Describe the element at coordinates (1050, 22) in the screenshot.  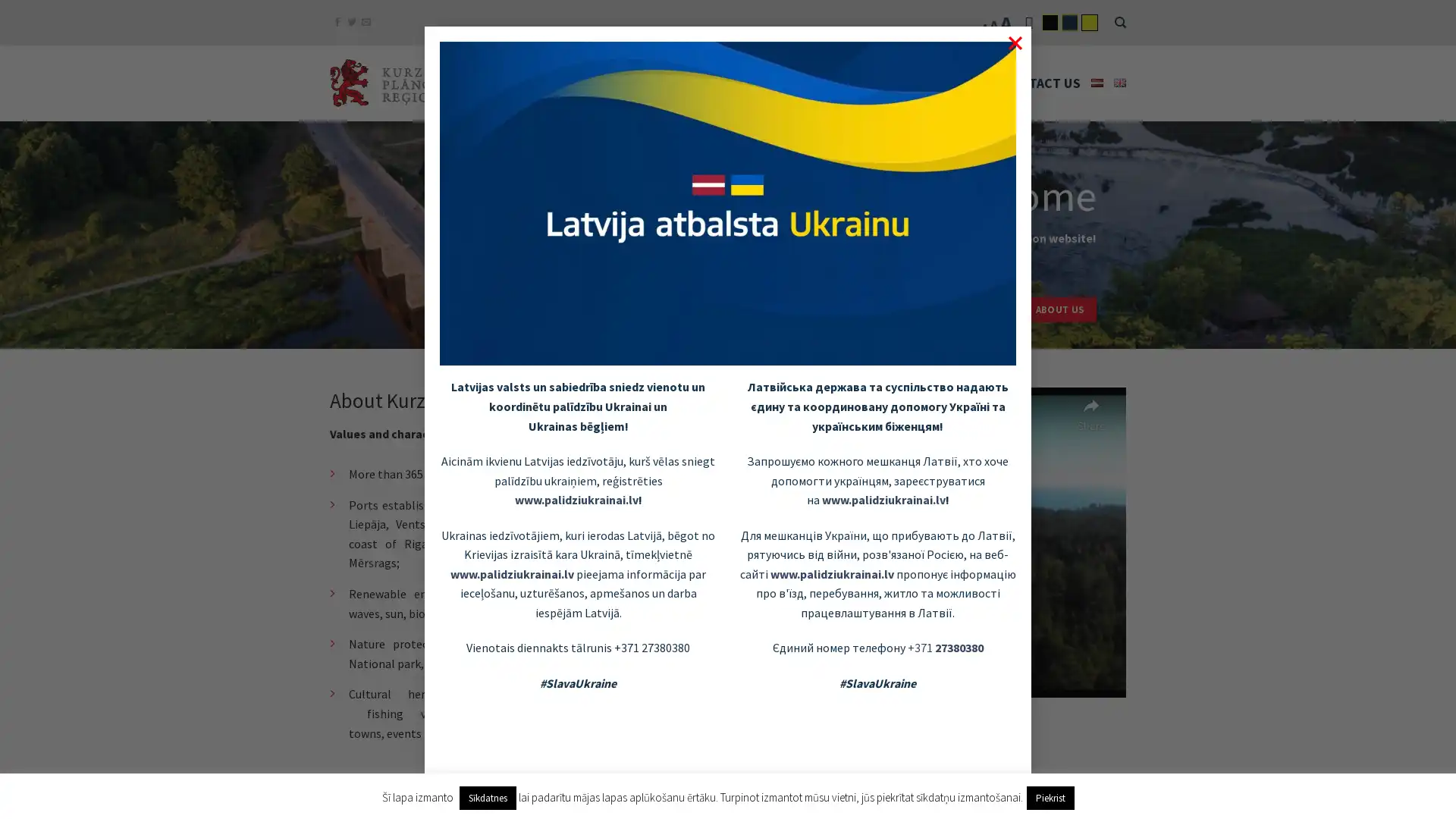
I see `flatsome-black` at that location.